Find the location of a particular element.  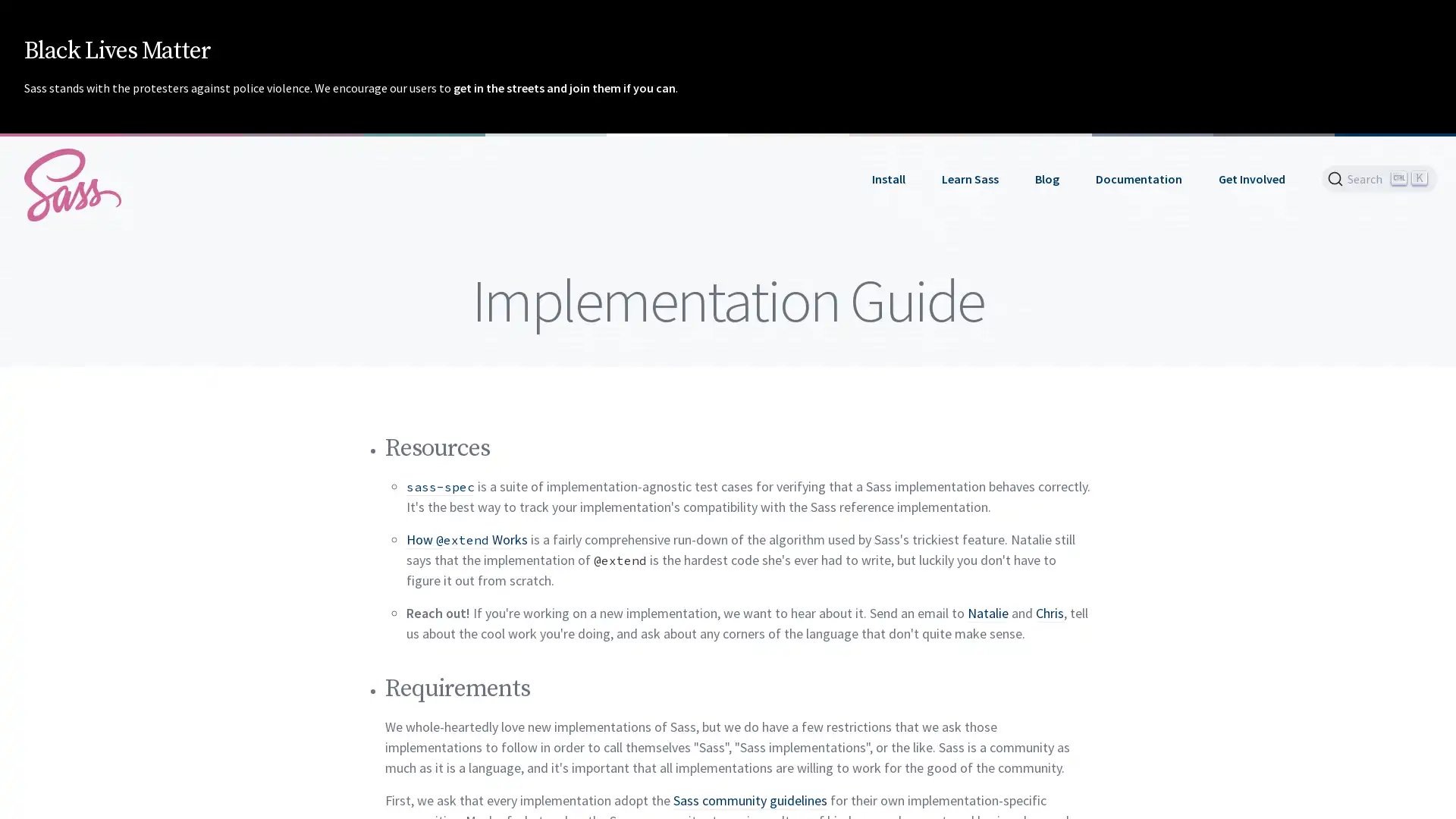

Search is located at coordinates (1379, 177).